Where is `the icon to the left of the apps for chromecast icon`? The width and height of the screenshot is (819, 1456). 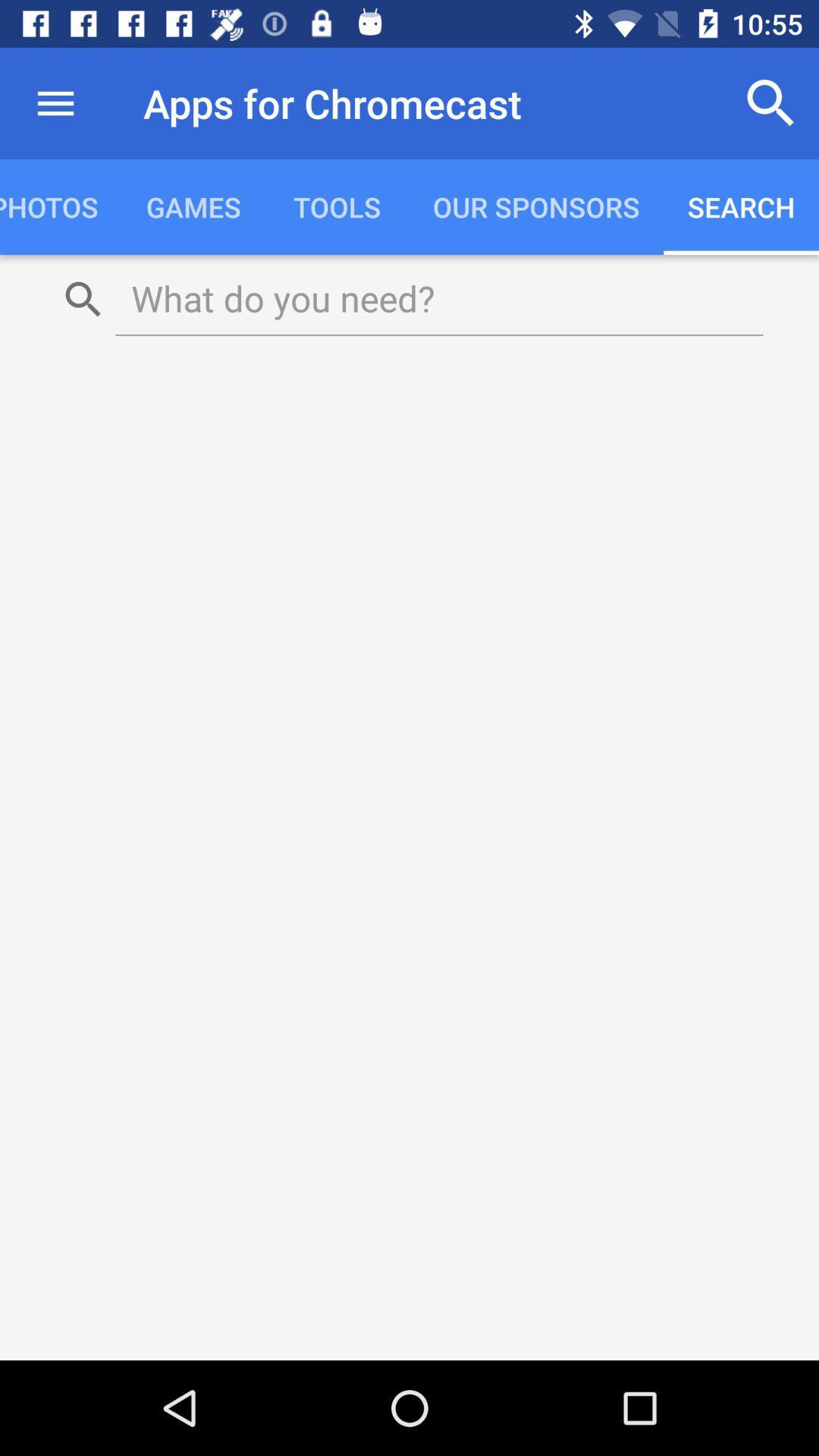
the icon to the left of the apps for chromecast icon is located at coordinates (55, 102).